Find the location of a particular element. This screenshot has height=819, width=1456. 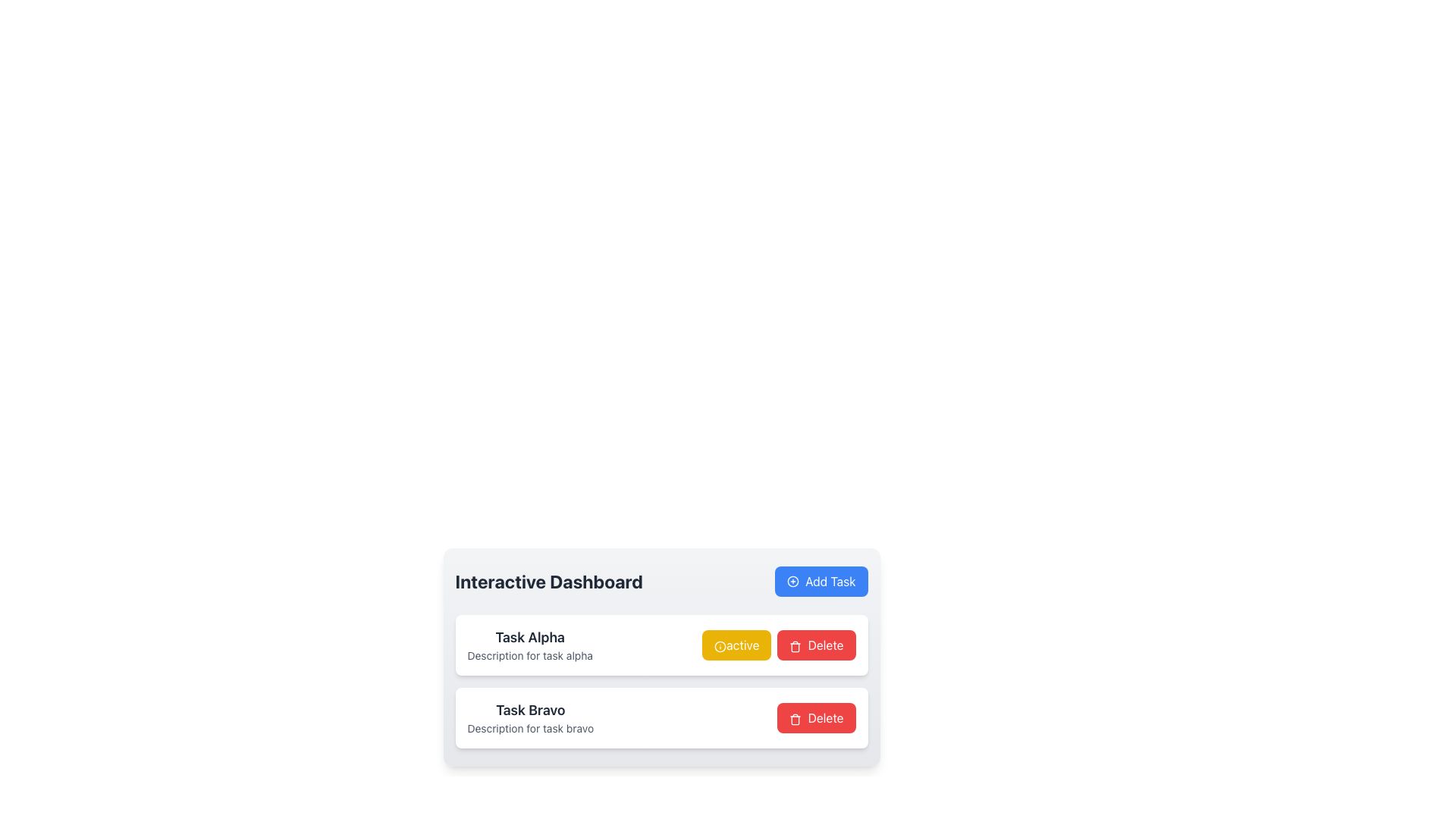

the circular blue icon with a plus sign inside it, located to the left of the 'Add Task' text on the button in the top-right corner of the main content section is located at coordinates (792, 581).